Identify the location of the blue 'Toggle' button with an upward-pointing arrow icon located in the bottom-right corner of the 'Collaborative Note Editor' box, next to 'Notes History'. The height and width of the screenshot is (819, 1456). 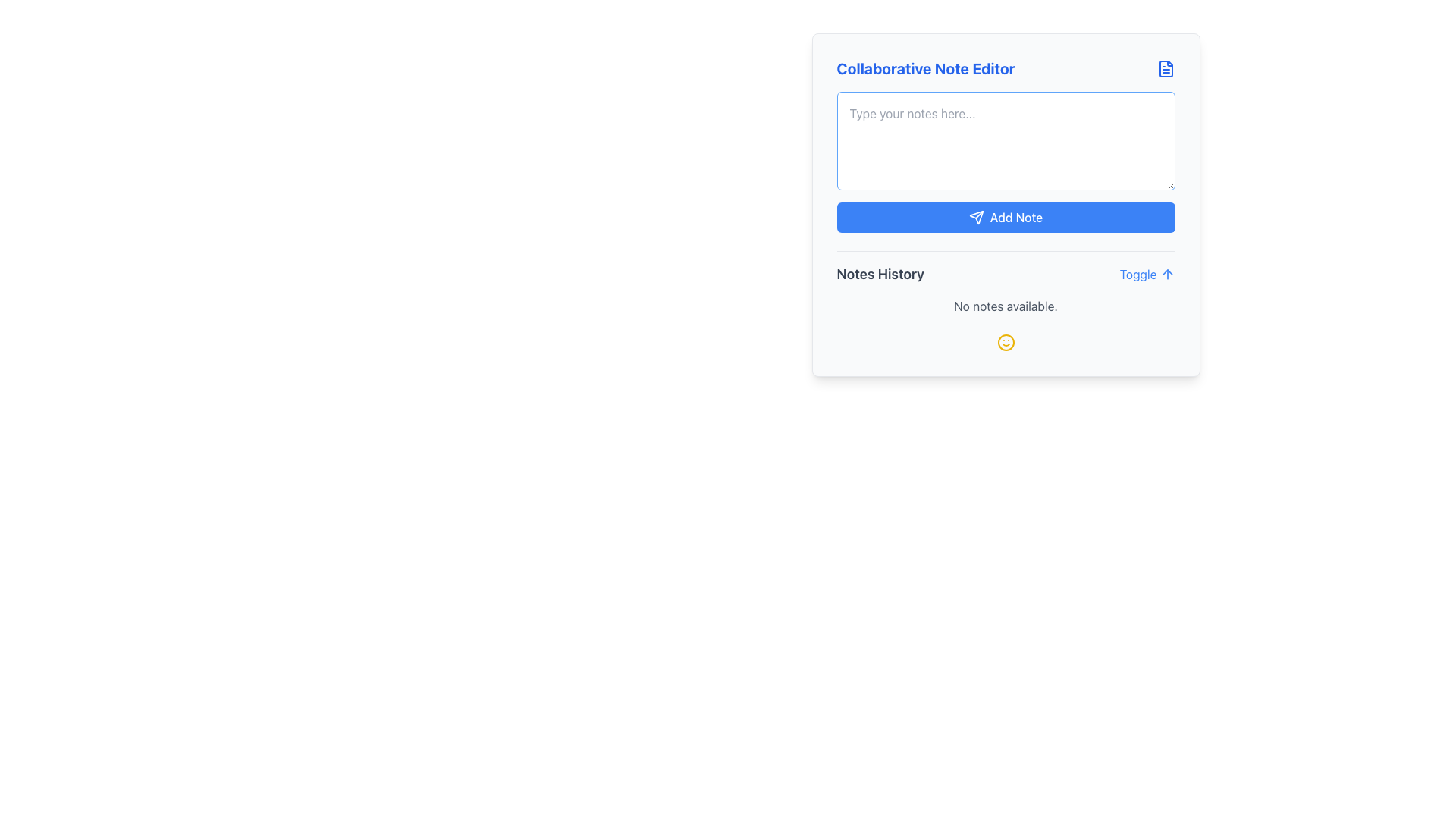
(1147, 275).